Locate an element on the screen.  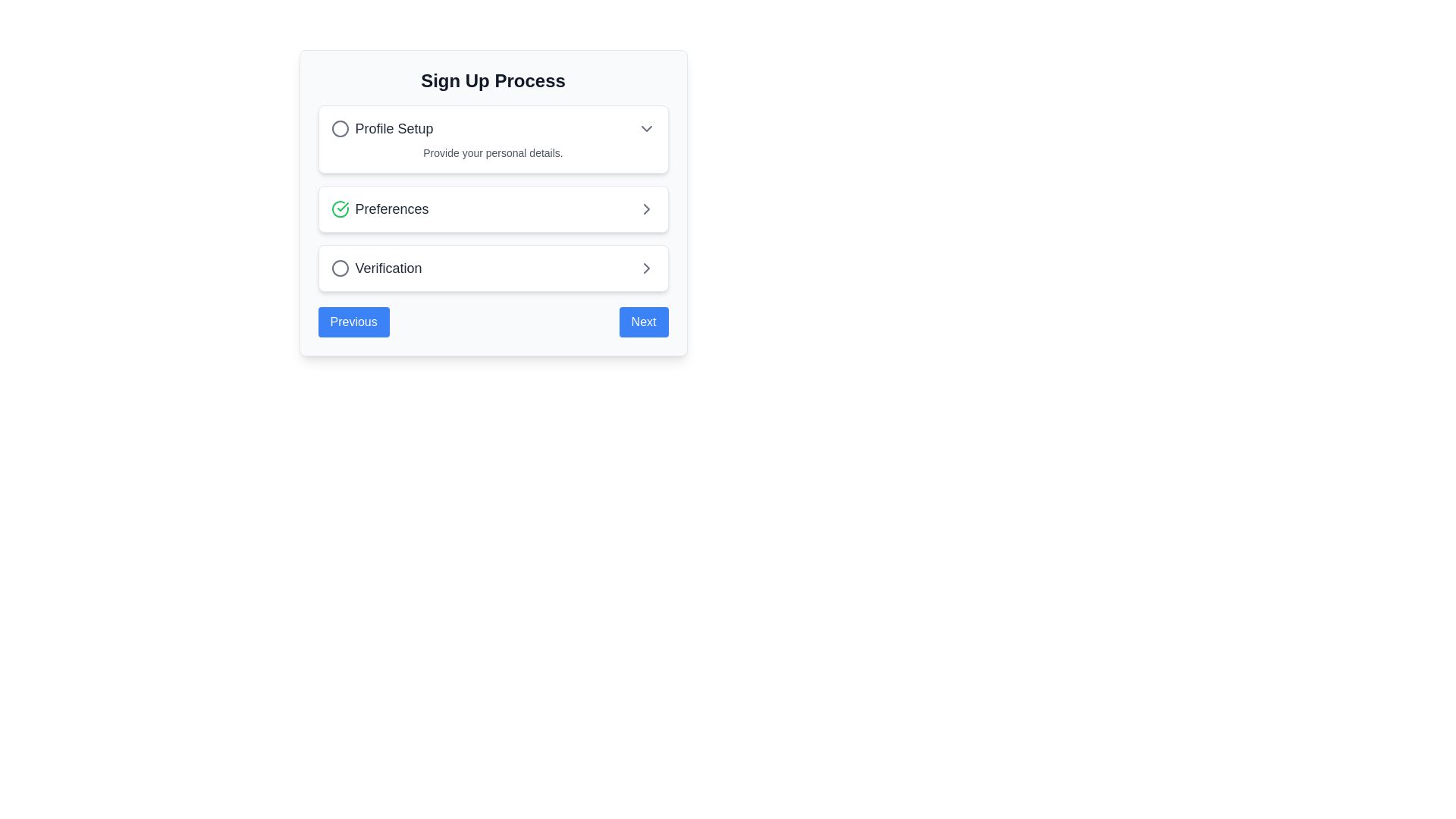
the right-facing chevron icon in the 'Sign Up Process' panel, which is aligned horizontally with the 'Verification' text is located at coordinates (646, 209).